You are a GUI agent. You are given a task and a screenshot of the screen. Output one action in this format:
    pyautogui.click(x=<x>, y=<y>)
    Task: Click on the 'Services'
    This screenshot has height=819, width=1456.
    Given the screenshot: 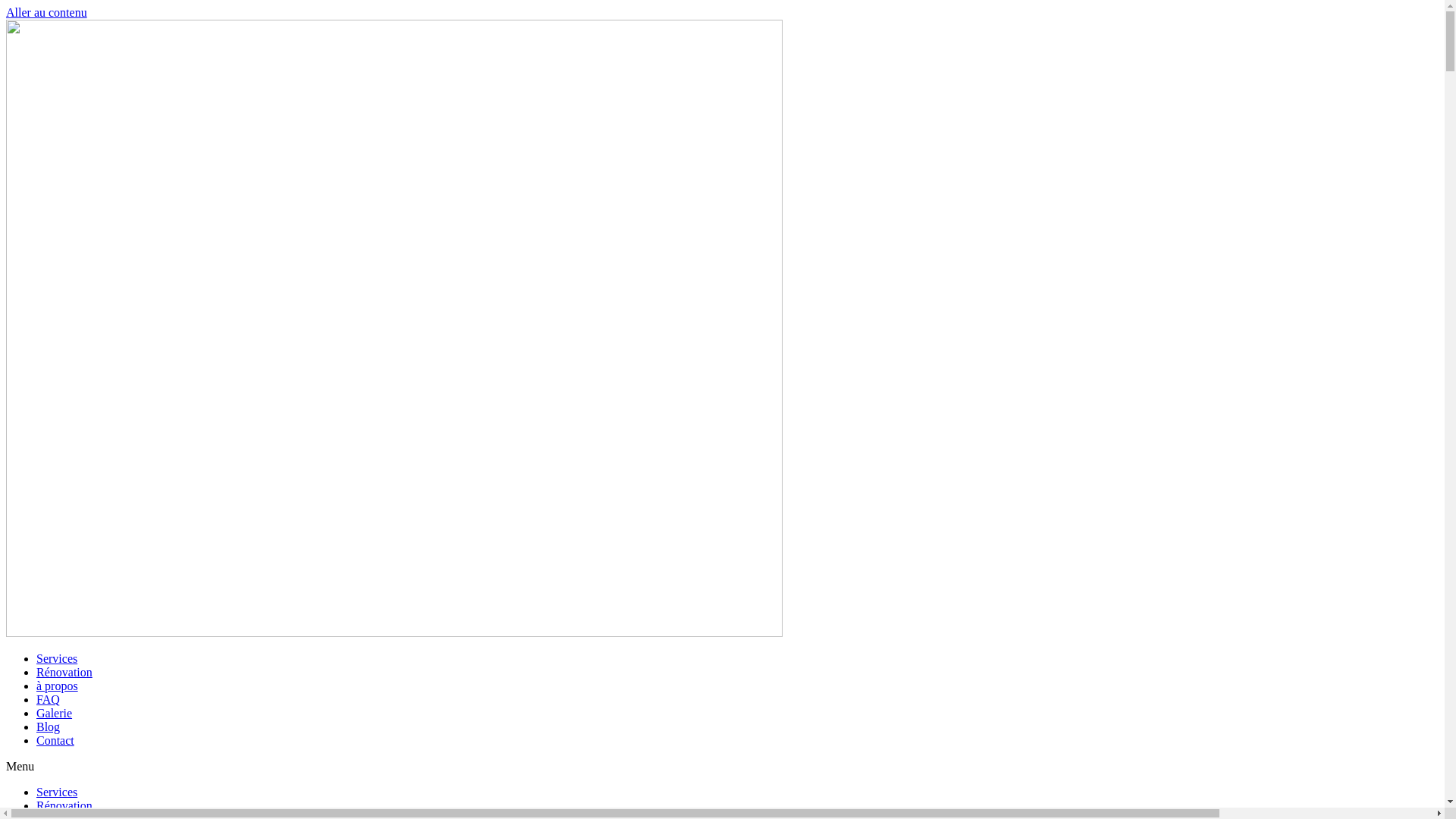 What is the action you would take?
    pyautogui.click(x=57, y=791)
    